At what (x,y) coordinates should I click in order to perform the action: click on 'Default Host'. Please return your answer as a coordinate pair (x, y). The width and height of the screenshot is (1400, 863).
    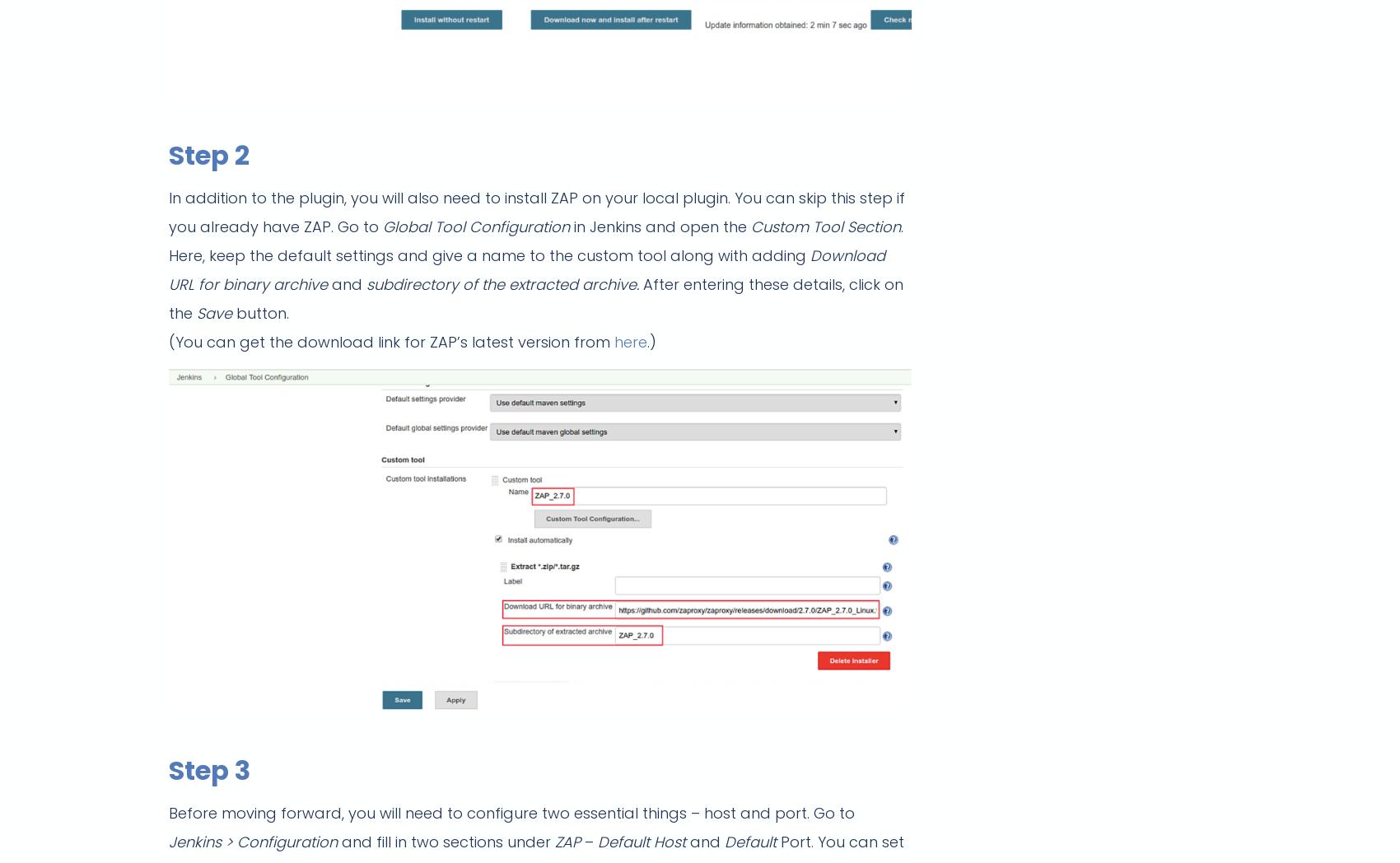
    Looking at the image, I should click on (641, 842).